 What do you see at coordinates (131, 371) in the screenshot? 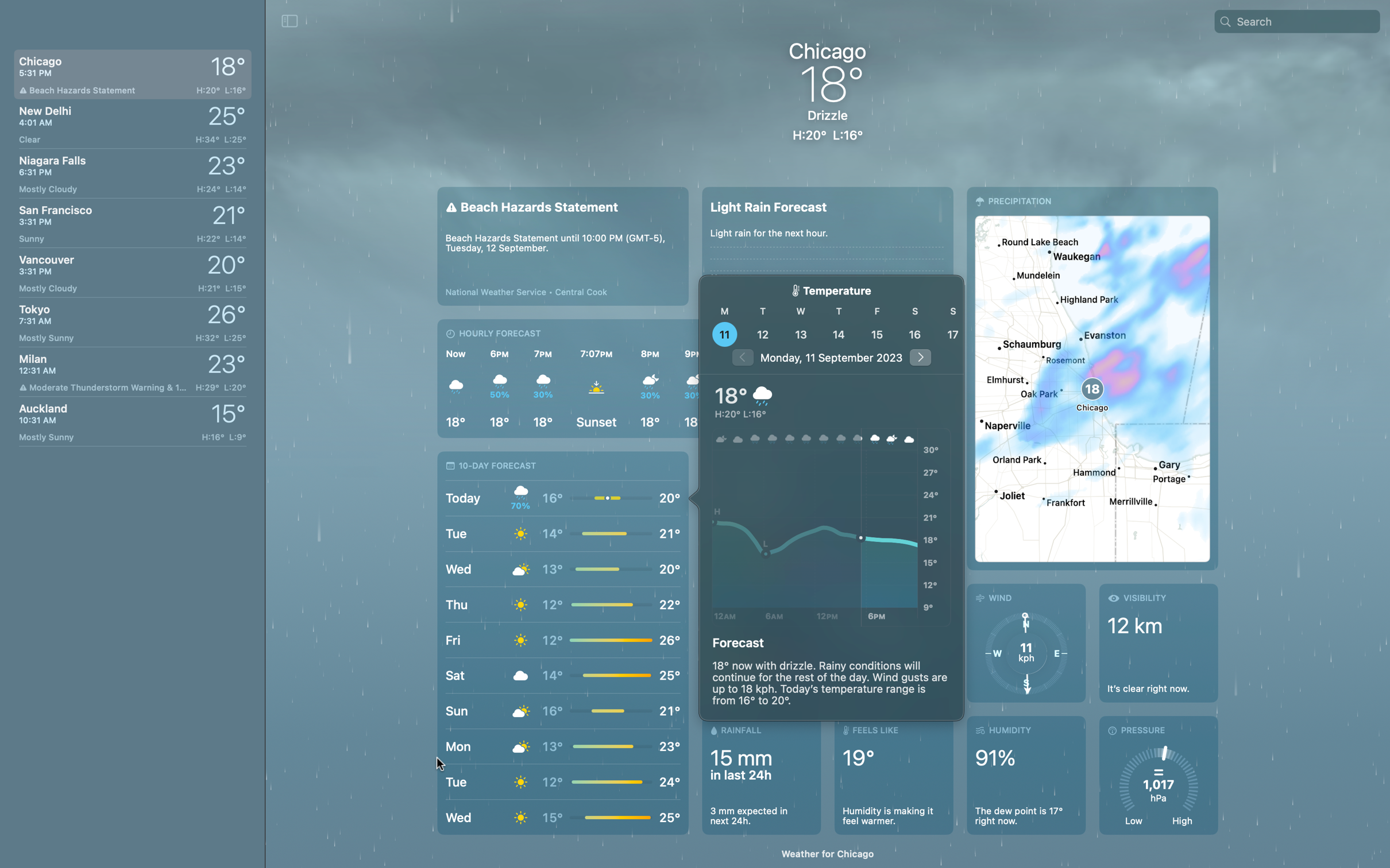
I see `Display the current weather of Milan` at bounding box center [131, 371].